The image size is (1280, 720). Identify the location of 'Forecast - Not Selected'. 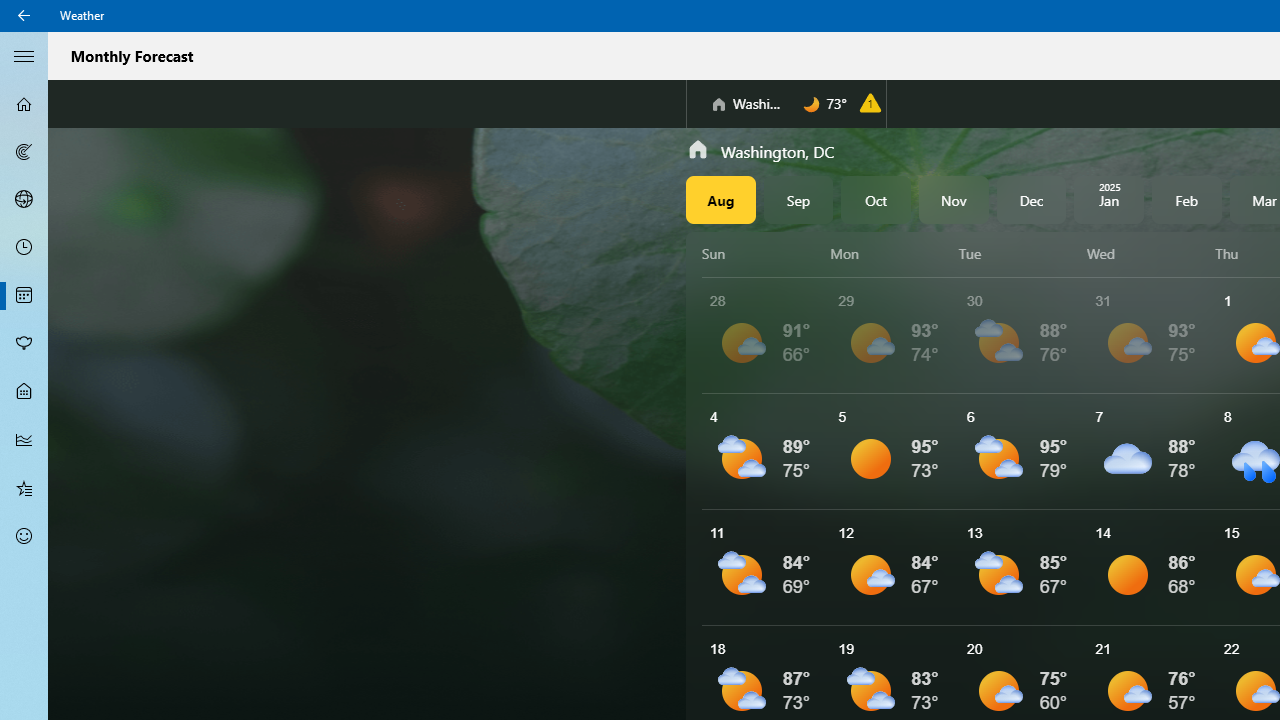
(24, 104).